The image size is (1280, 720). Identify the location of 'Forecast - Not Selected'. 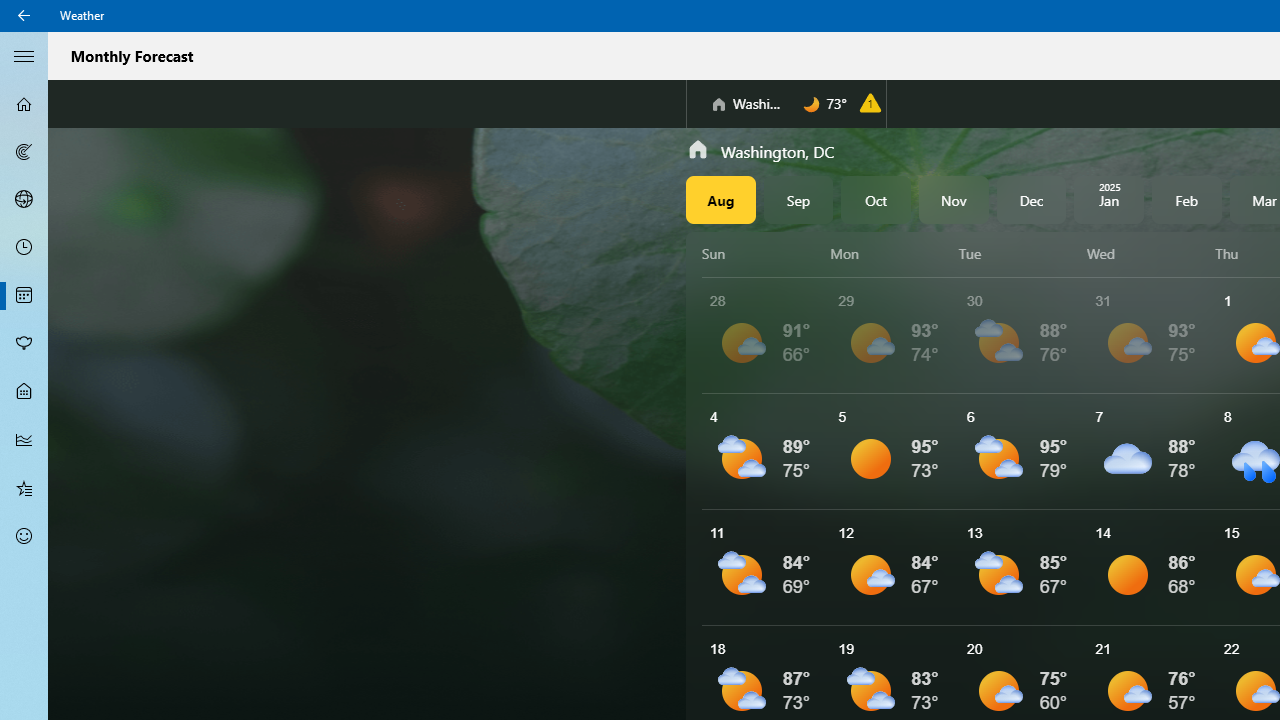
(24, 104).